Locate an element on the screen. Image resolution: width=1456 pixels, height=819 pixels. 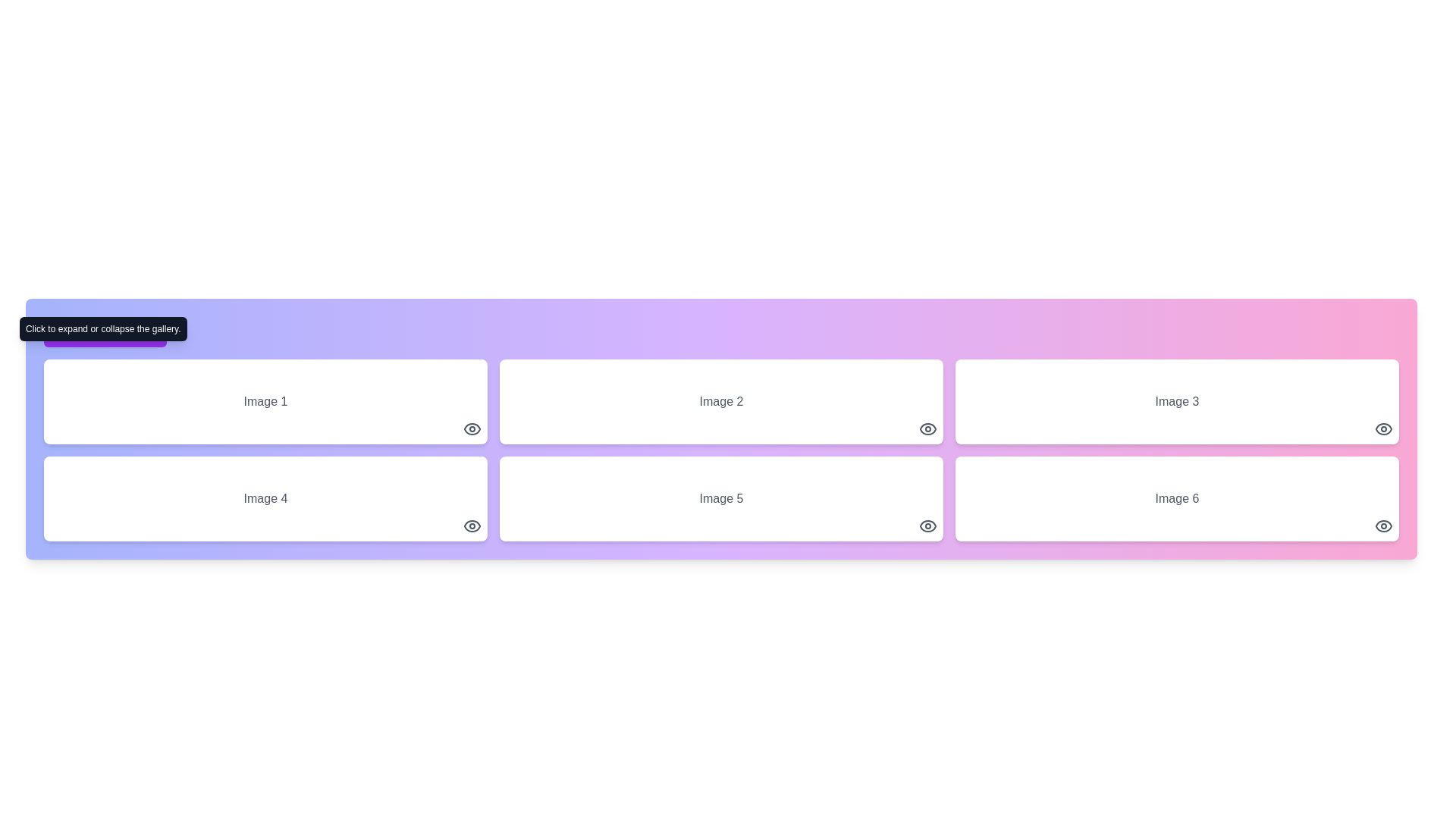
the 'Toggle Gallery' button with a purple background and rounded corners is located at coordinates (105, 331).